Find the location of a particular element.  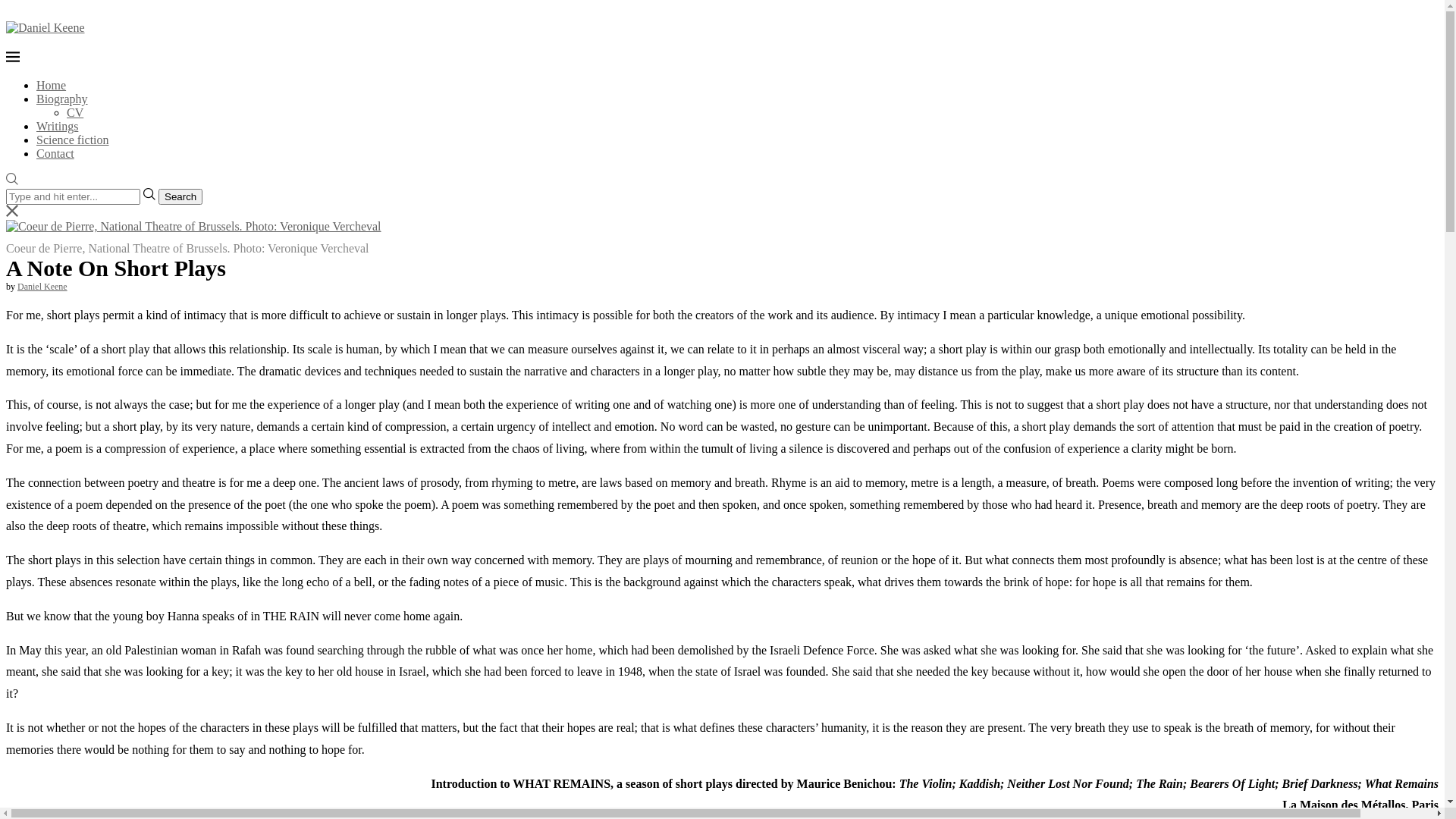

'Home' is located at coordinates (51, 85).